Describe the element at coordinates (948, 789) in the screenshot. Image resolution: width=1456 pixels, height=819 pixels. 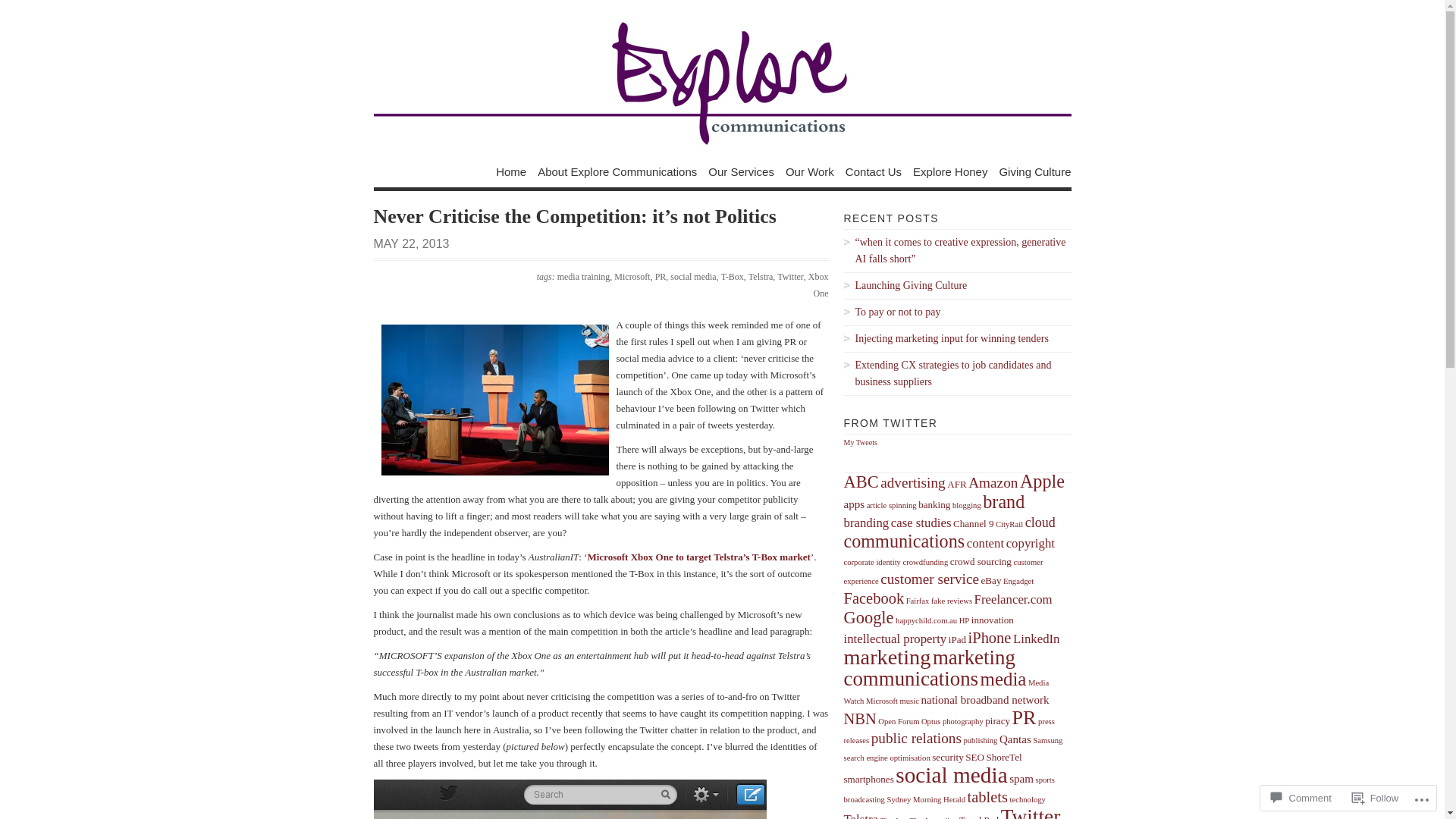
I see `'sports broadcasting'` at that location.